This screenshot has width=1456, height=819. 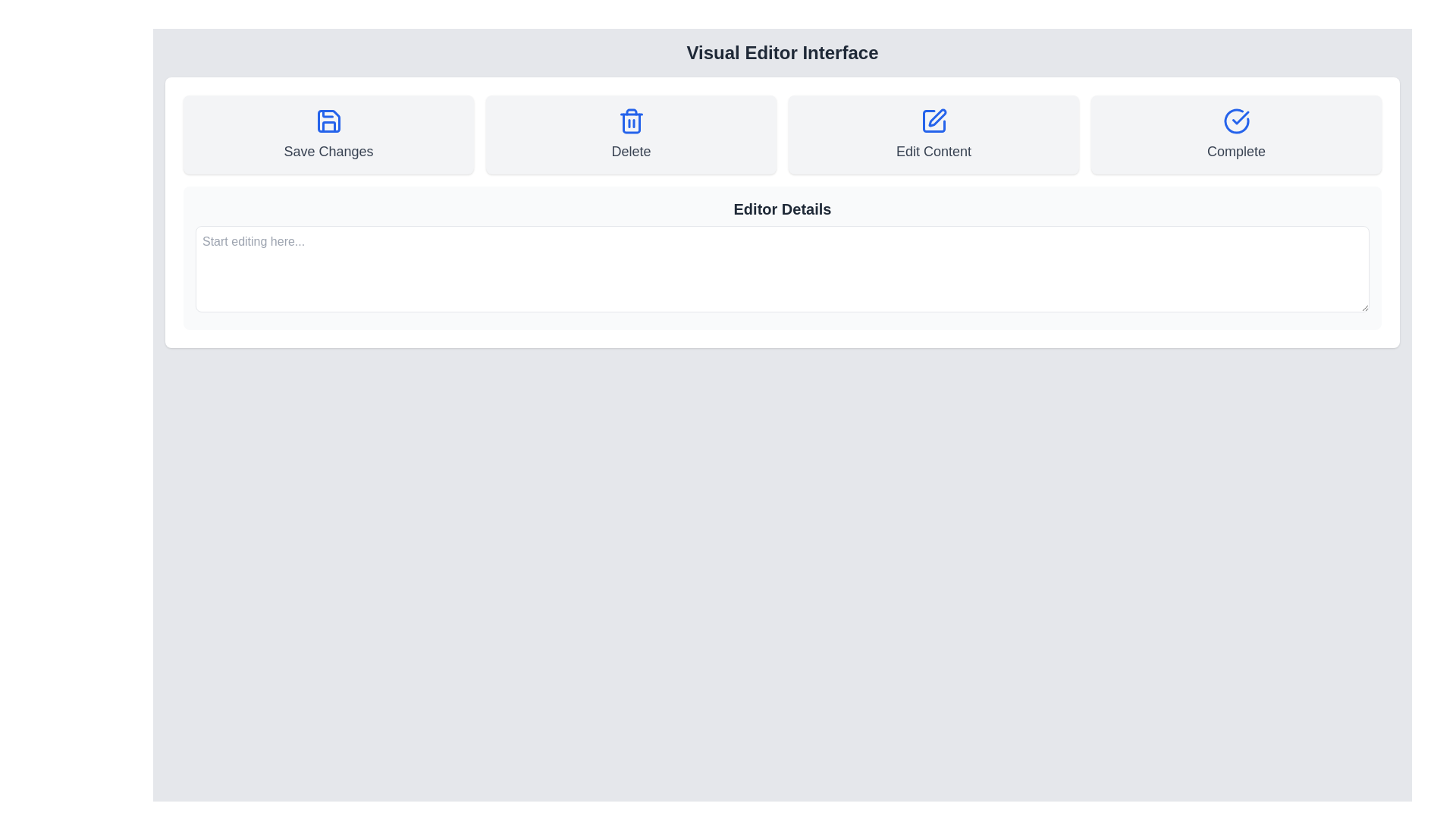 What do you see at coordinates (328, 133) in the screenshot?
I see `the 'Save Changes' button, which is the first button in a four-button grid` at bounding box center [328, 133].